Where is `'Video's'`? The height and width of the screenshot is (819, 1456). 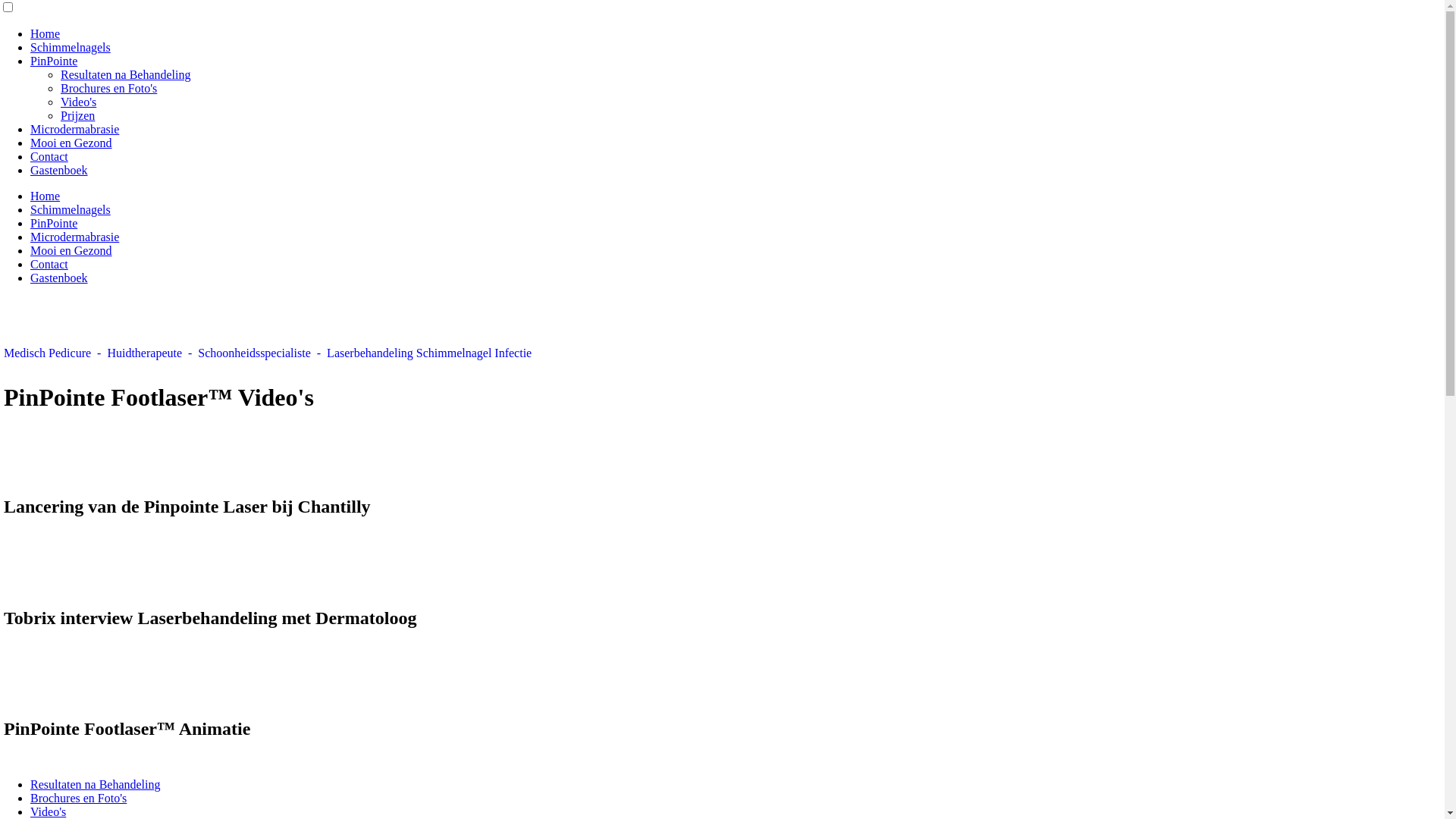
'Video's' is located at coordinates (77, 102).